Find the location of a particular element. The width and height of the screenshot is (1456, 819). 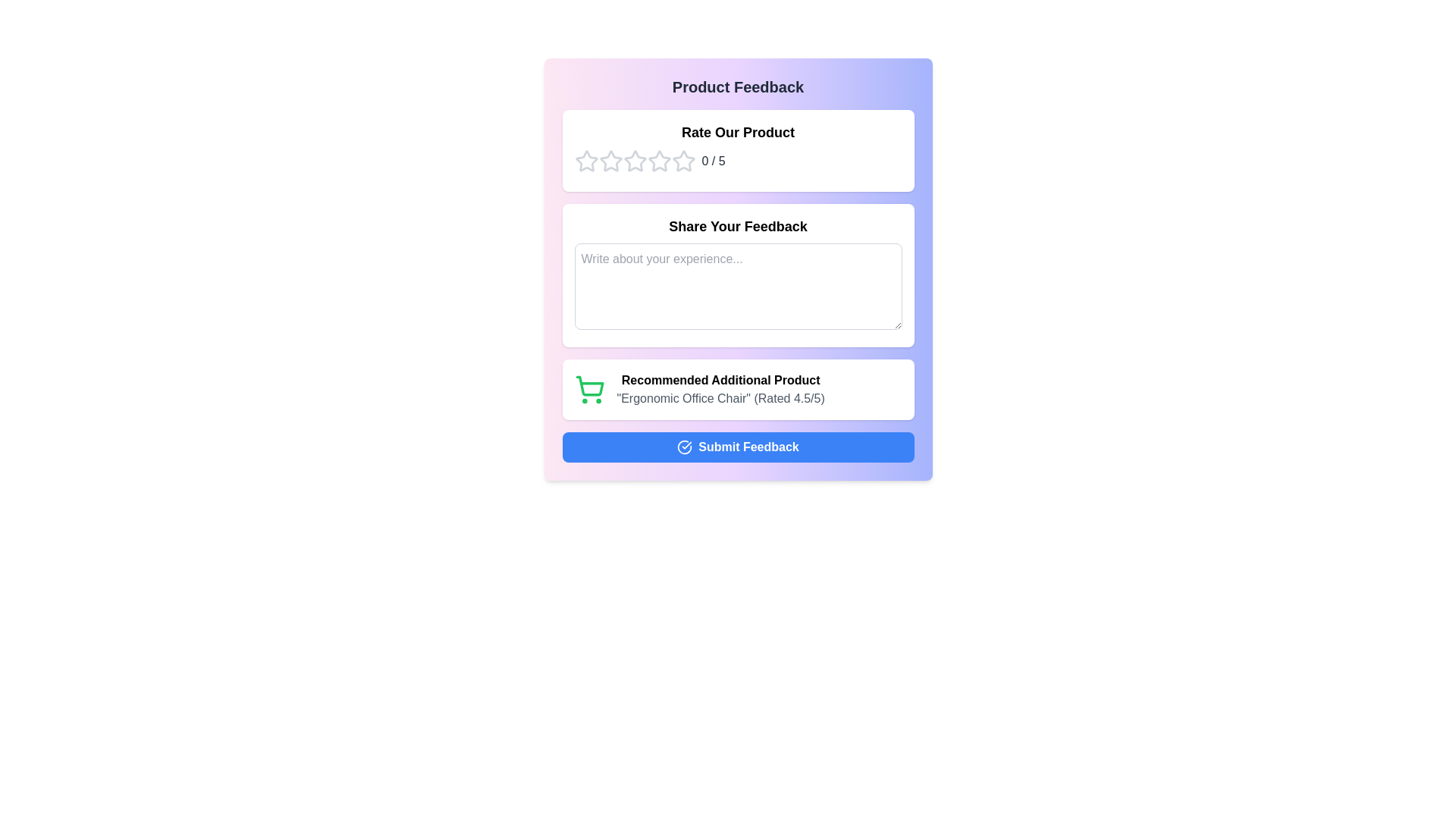

the first star-shaped rating icon in the five-star rating system under the heading 'Rate Our Product' is located at coordinates (610, 161).